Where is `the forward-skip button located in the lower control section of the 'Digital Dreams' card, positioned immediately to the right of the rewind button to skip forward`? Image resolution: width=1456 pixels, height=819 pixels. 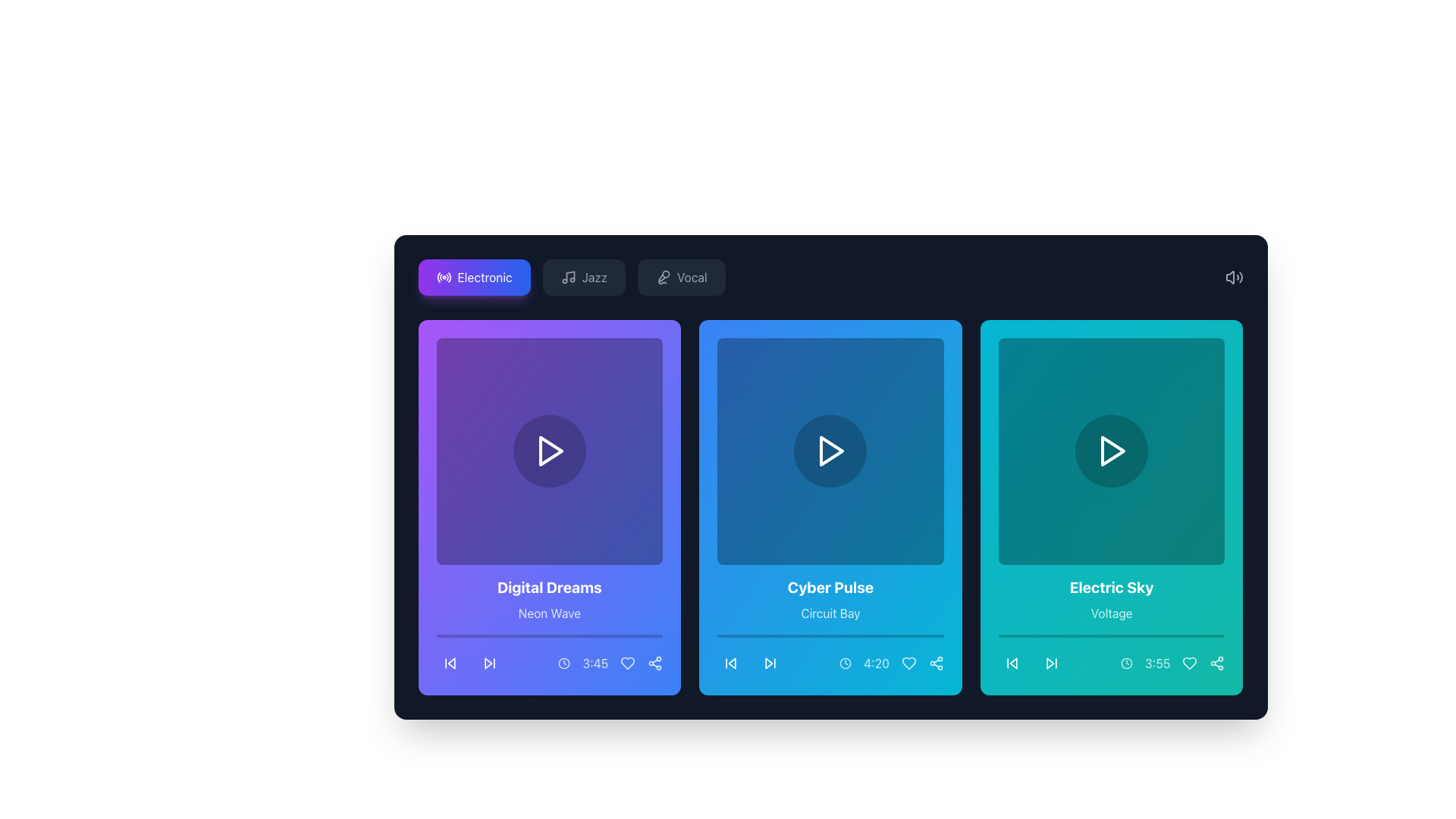 the forward-skip button located in the lower control section of the 'Digital Dreams' card, positioned immediately to the right of the rewind button to skip forward is located at coordinates (489, 662).